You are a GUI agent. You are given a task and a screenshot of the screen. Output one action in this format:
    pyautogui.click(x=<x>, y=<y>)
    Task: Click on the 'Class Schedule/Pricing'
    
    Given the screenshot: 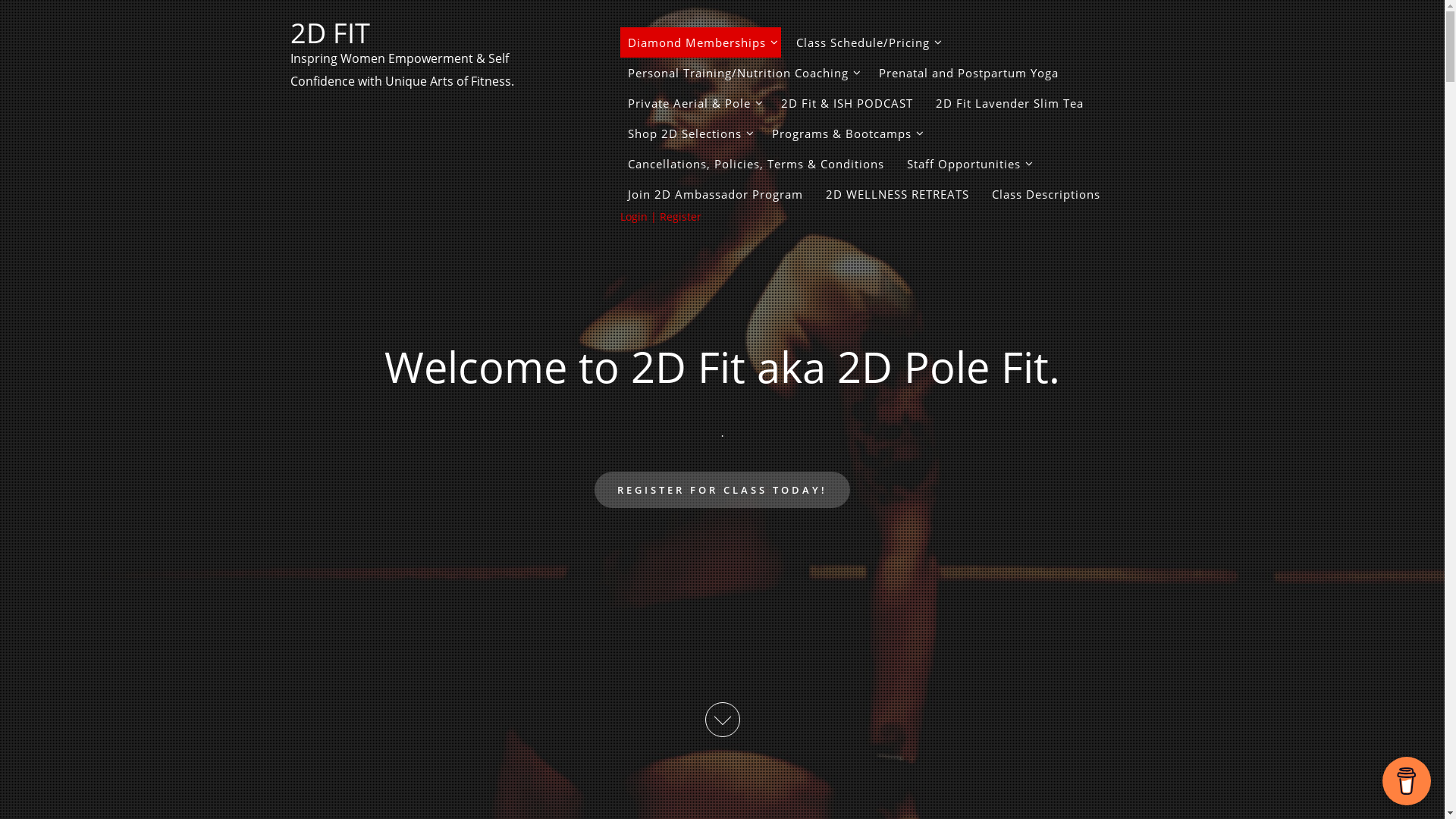 What is the action you would take?
    pyautogui.click(x=866, y=42)
    